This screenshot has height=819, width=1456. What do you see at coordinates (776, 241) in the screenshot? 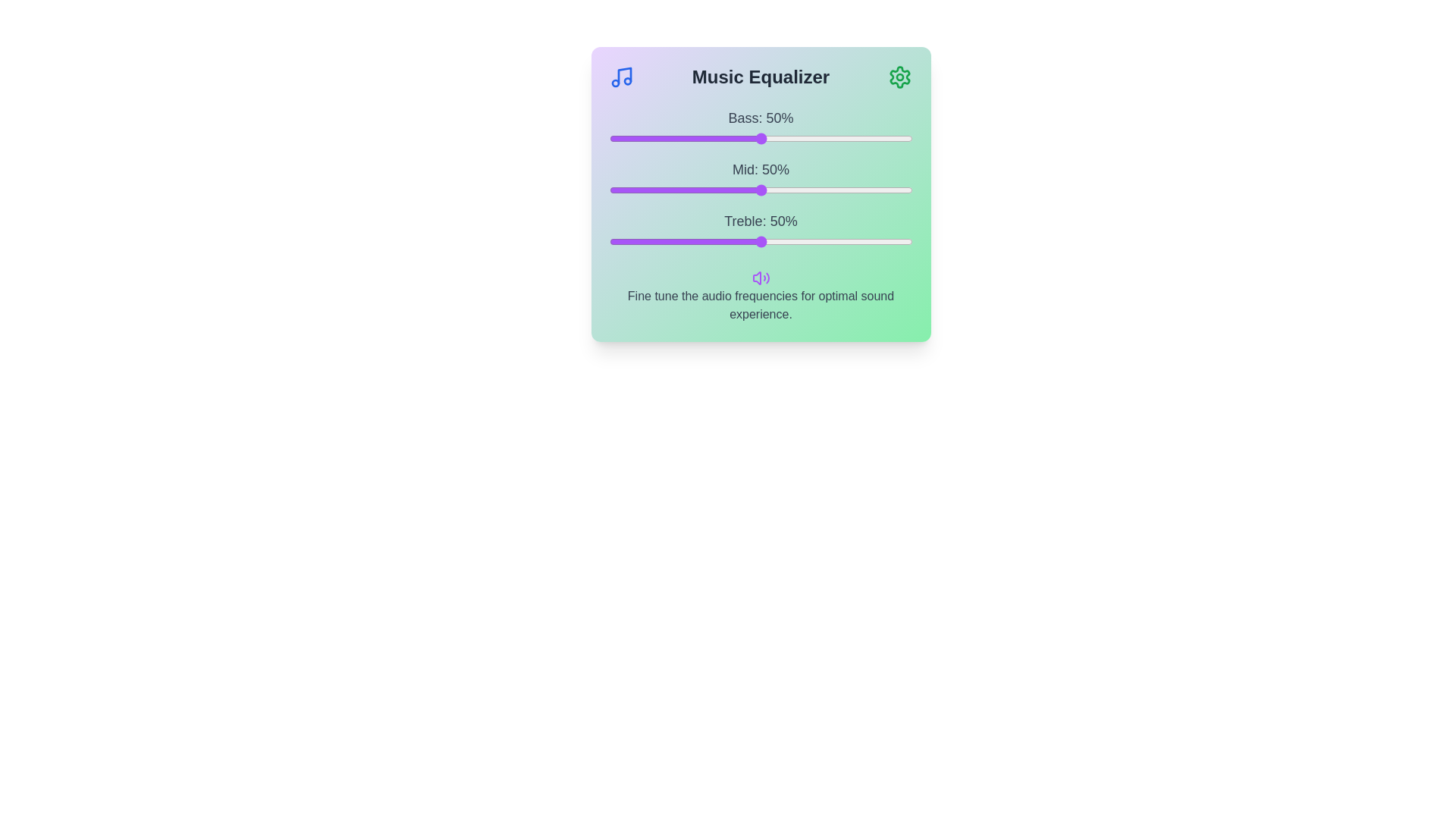
I see `the treble slider to 55%` at bounding box center [776, 241].